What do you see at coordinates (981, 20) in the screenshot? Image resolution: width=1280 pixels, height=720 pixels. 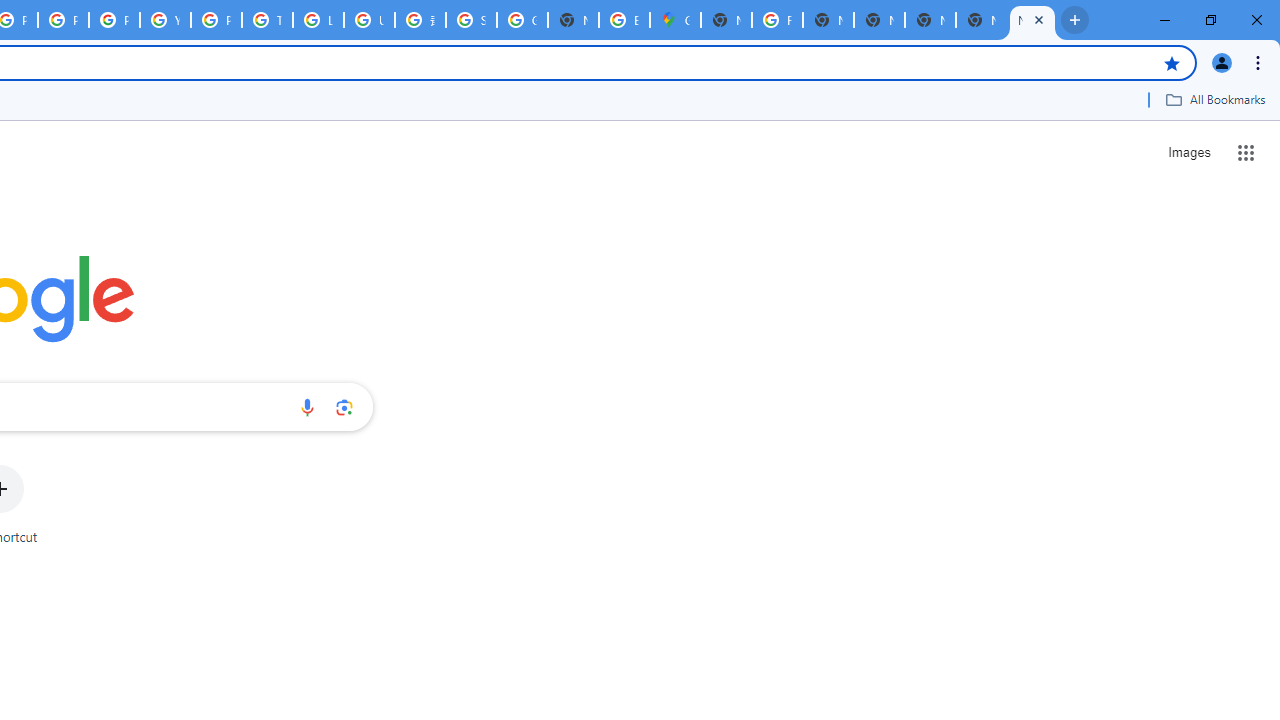 I see `'New Tab'` at bounding box center [981, 20].